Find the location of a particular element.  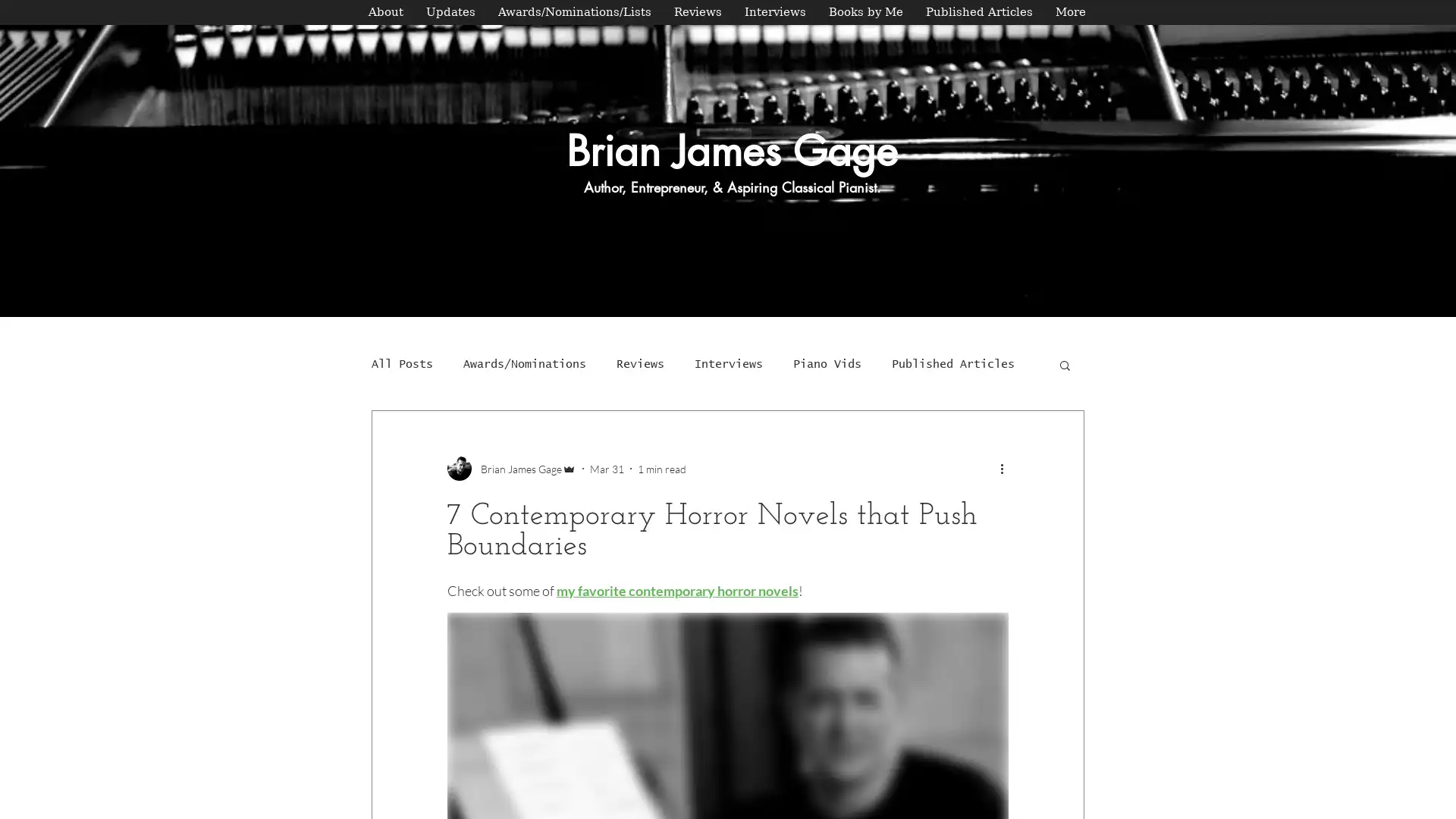

Interviews is located at coordinates (728, 365).